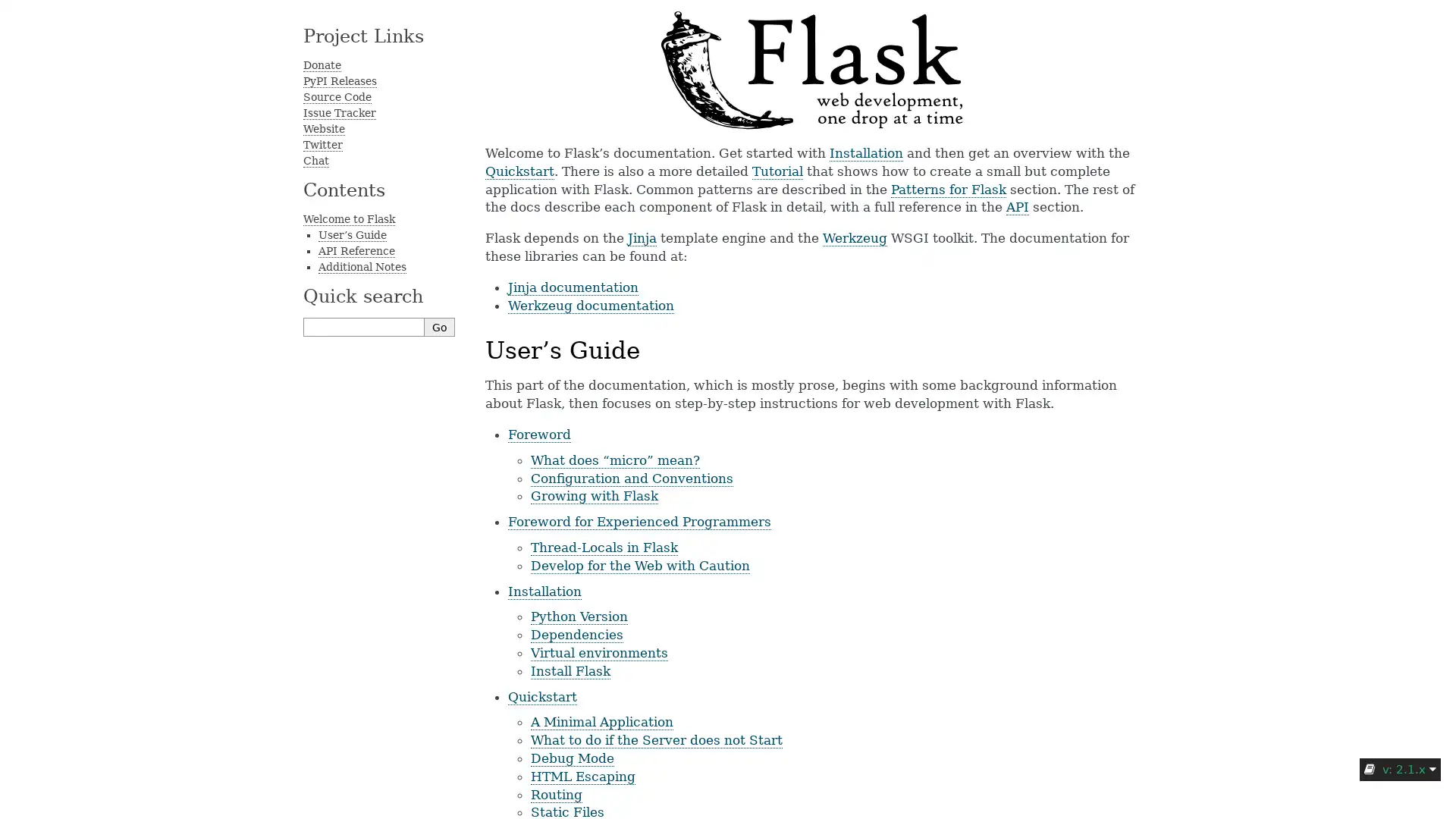  Describe the element at coordinates (439, 326) in the screenshot. I see `Go` at that location.